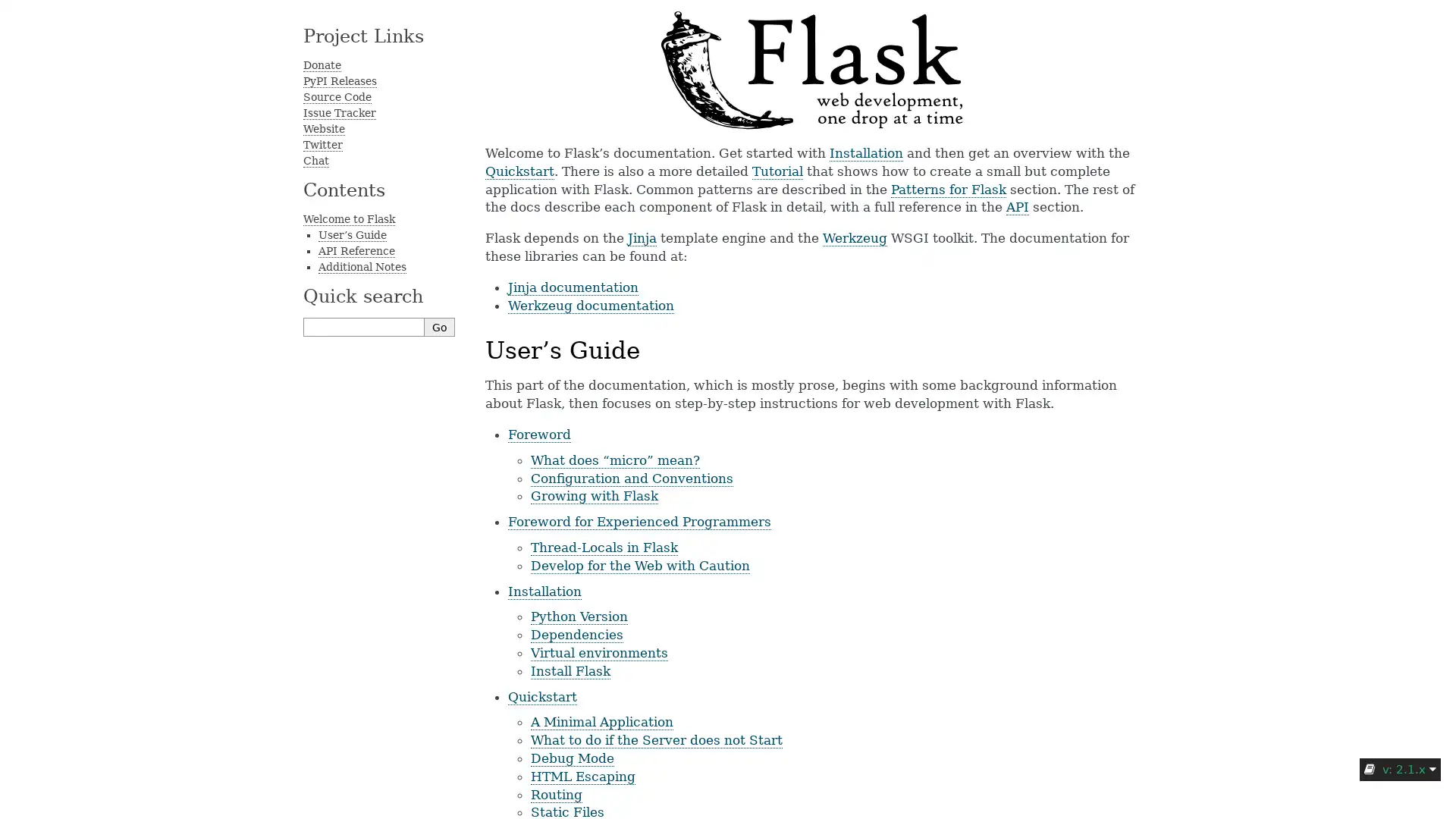  Describe the element at coordinates (439, 326) in the screenshot. I see `Go` at that location.